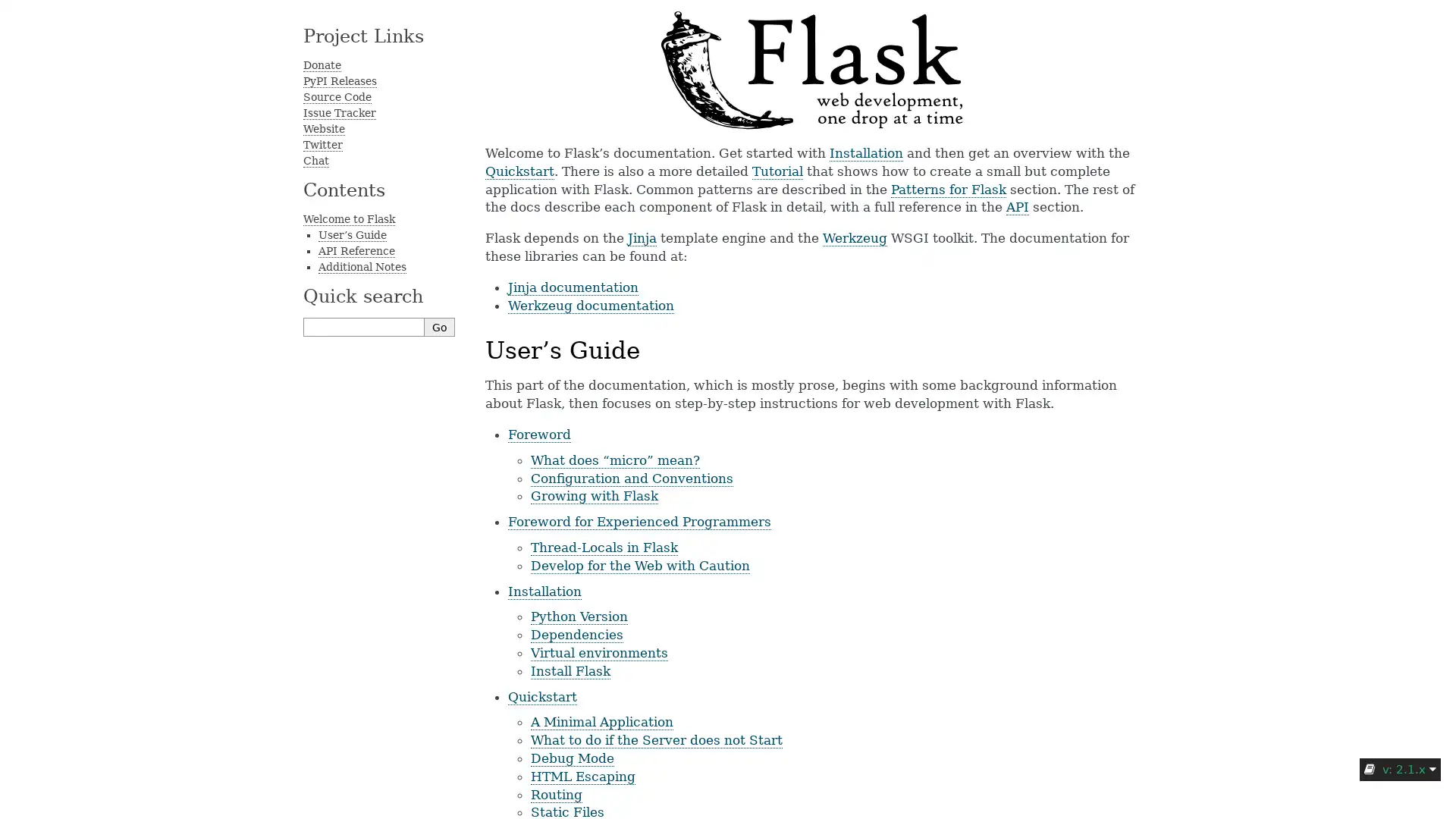  Describe the element at coordinates (439, 326) in the screenshot. I see `Go` at that location.